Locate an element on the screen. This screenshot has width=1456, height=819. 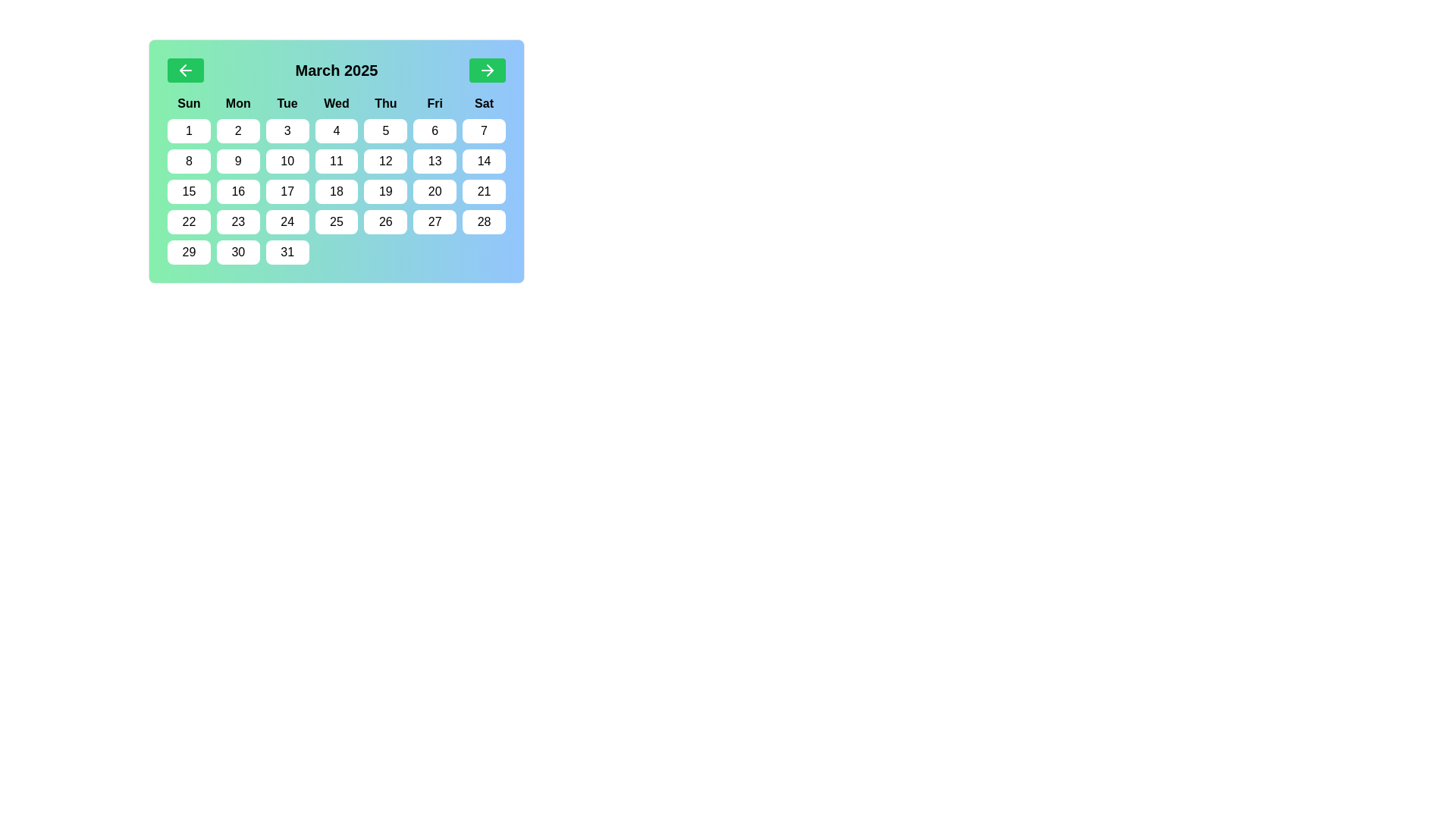
the rectangular button with a white background and the number '6' in black font, located in the date grid below the 'Fri' header is located at coordinates (434, 130).